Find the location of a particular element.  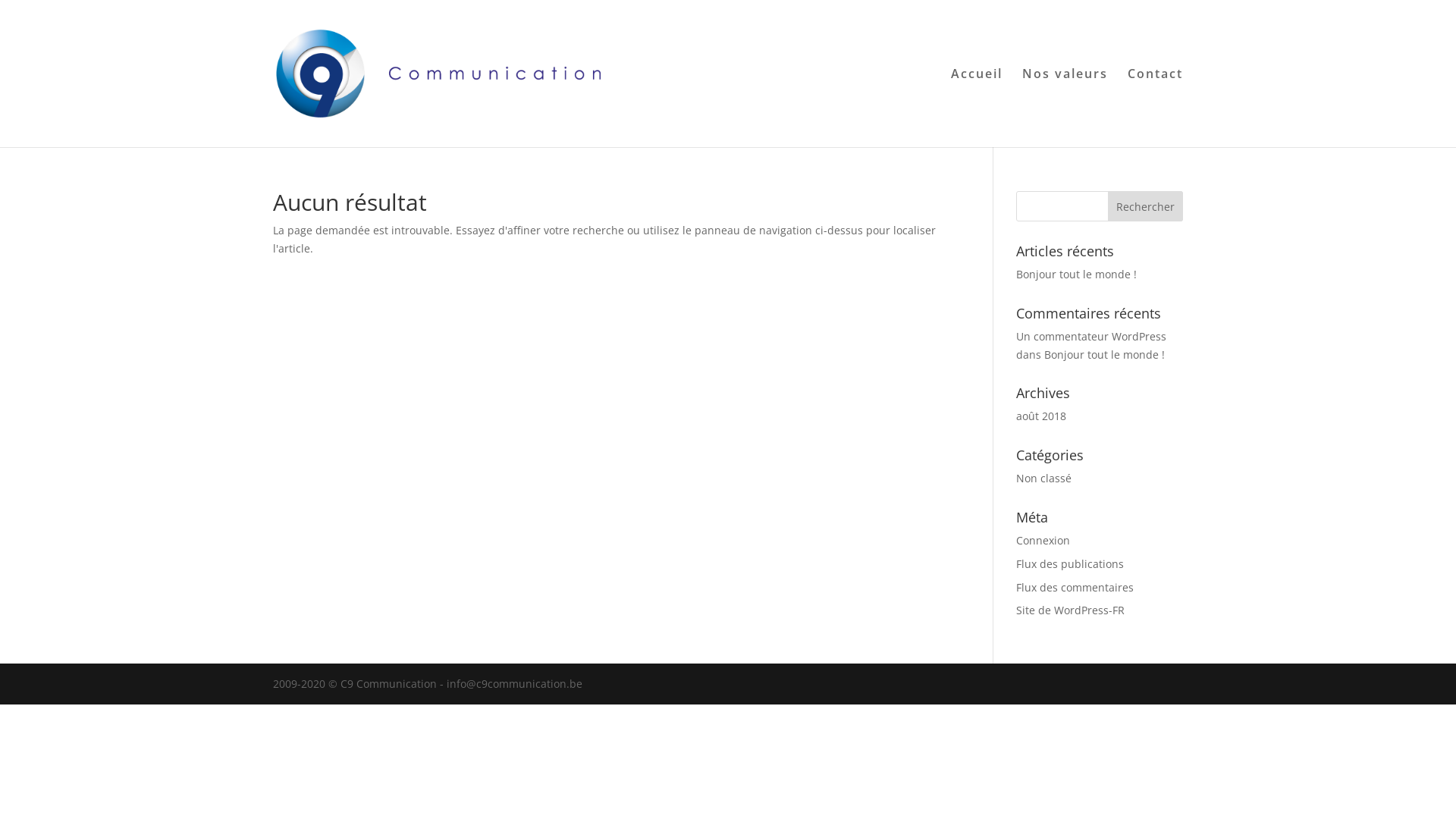

'Bonjour tout le monde !' is located at coordinates (1075, 274).